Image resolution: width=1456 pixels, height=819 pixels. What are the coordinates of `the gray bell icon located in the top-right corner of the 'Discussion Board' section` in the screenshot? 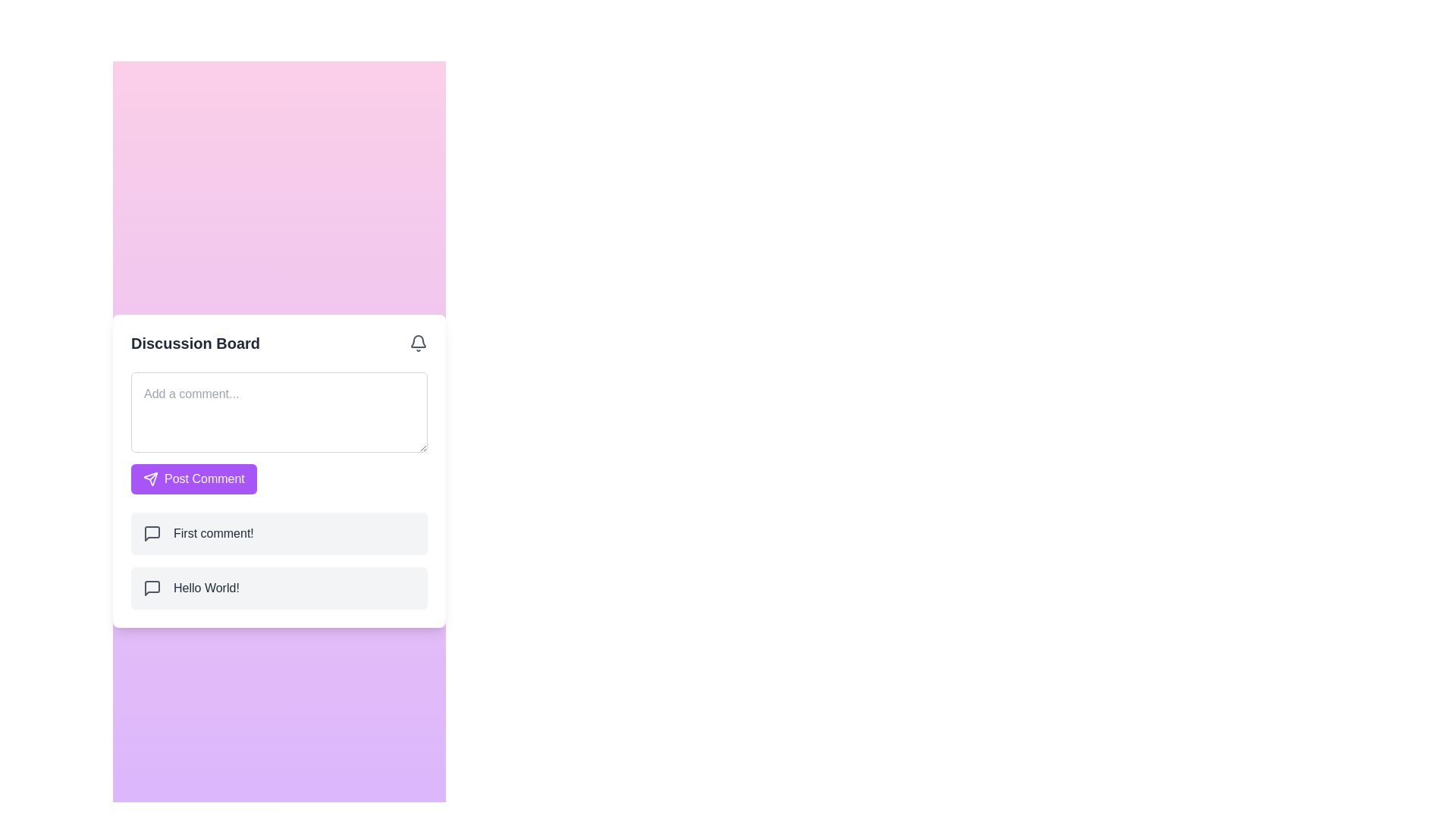 It's located at (419, 342).